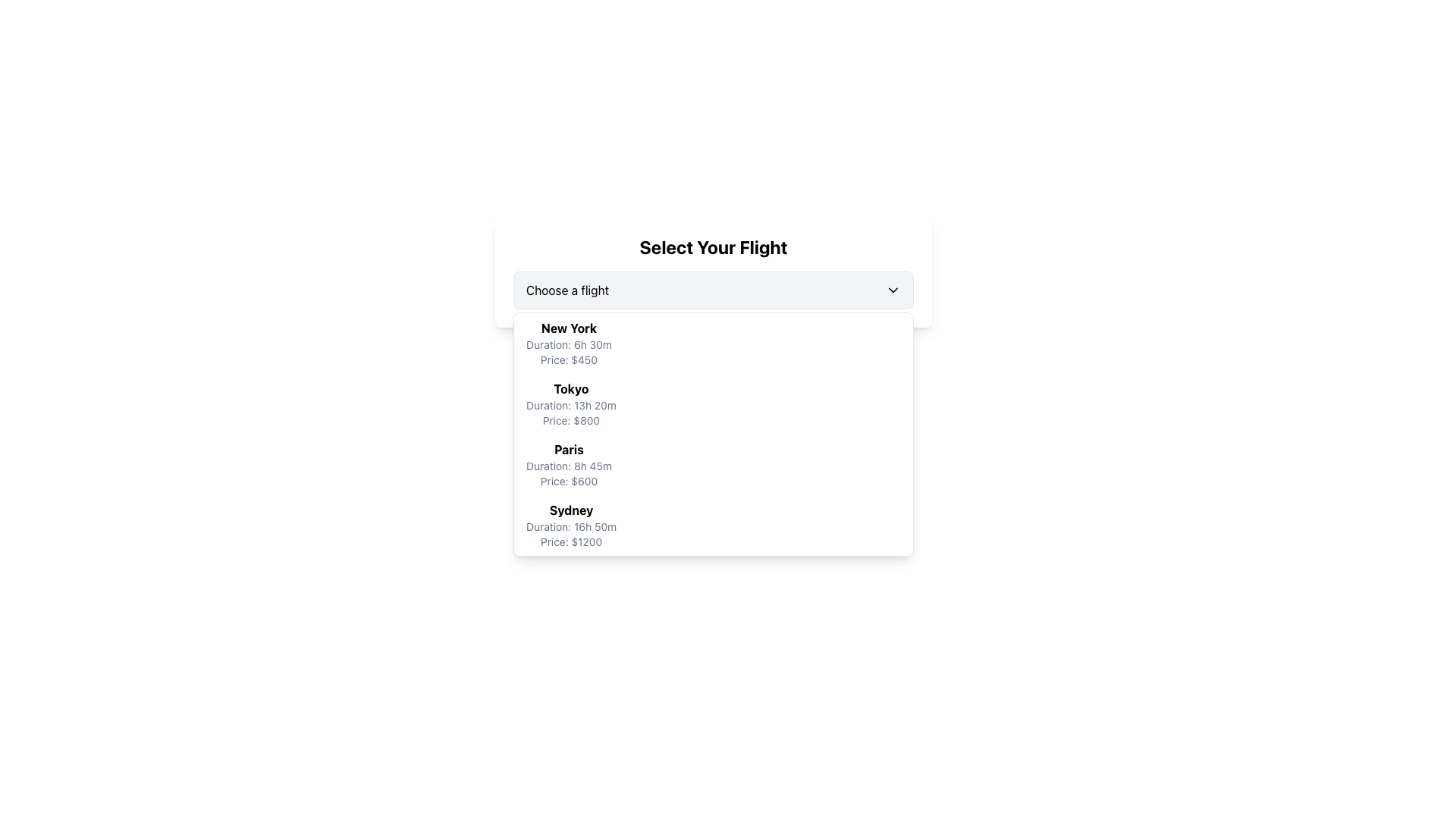 Image resolution: width=1456 pixels, height=819 pixels. Describe the element at coordinates (568, 345) in the screenshot. I see `the text label that describes the flight duration located beneath 'New York' and above 'Price: $450' in the flight selection window` at that location.